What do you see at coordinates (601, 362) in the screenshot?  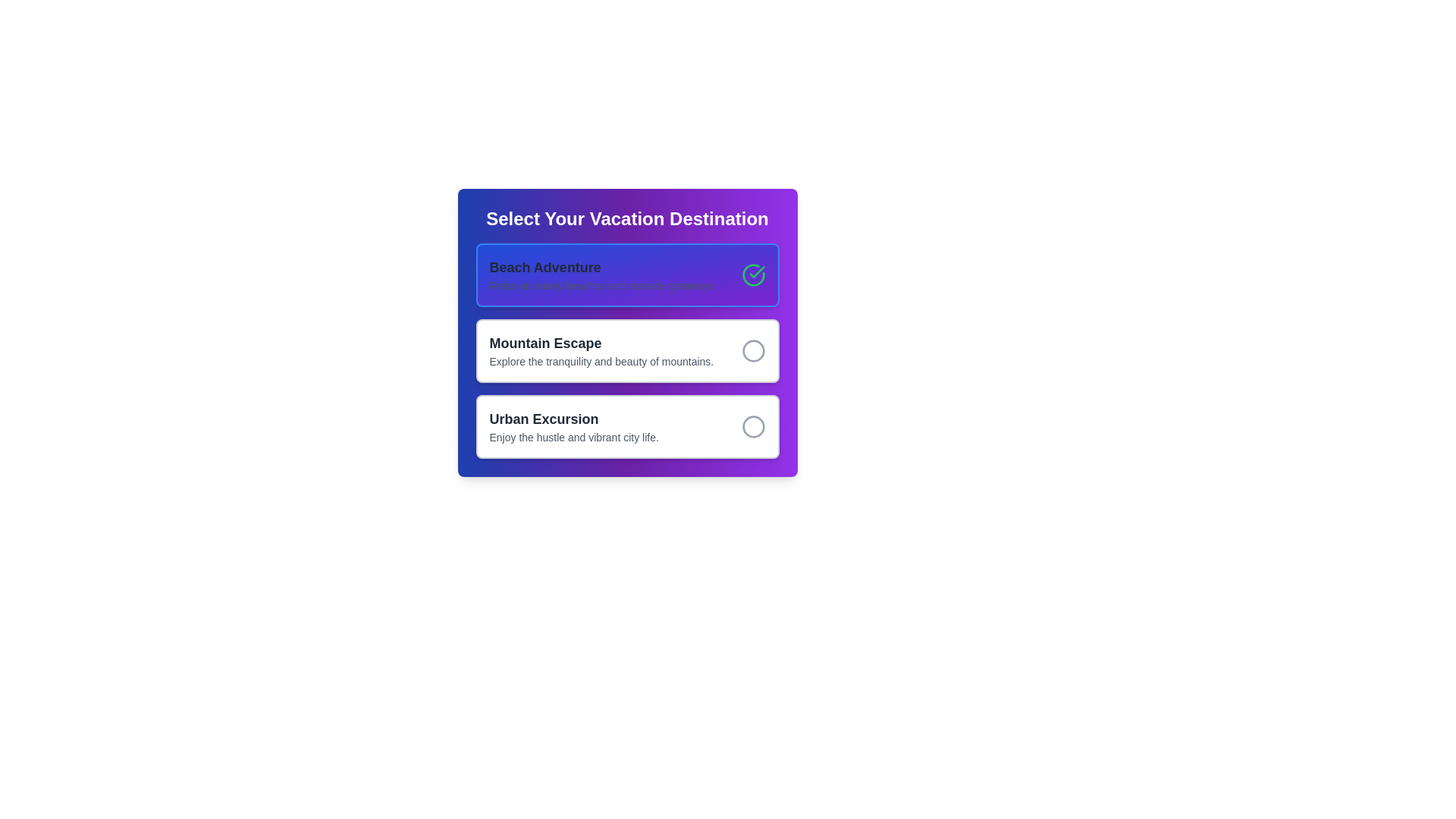 I see `descriptive information text located centrally beneath the 'Mountain Escape' title in the vacation options card` at bounding box center [601, 362].